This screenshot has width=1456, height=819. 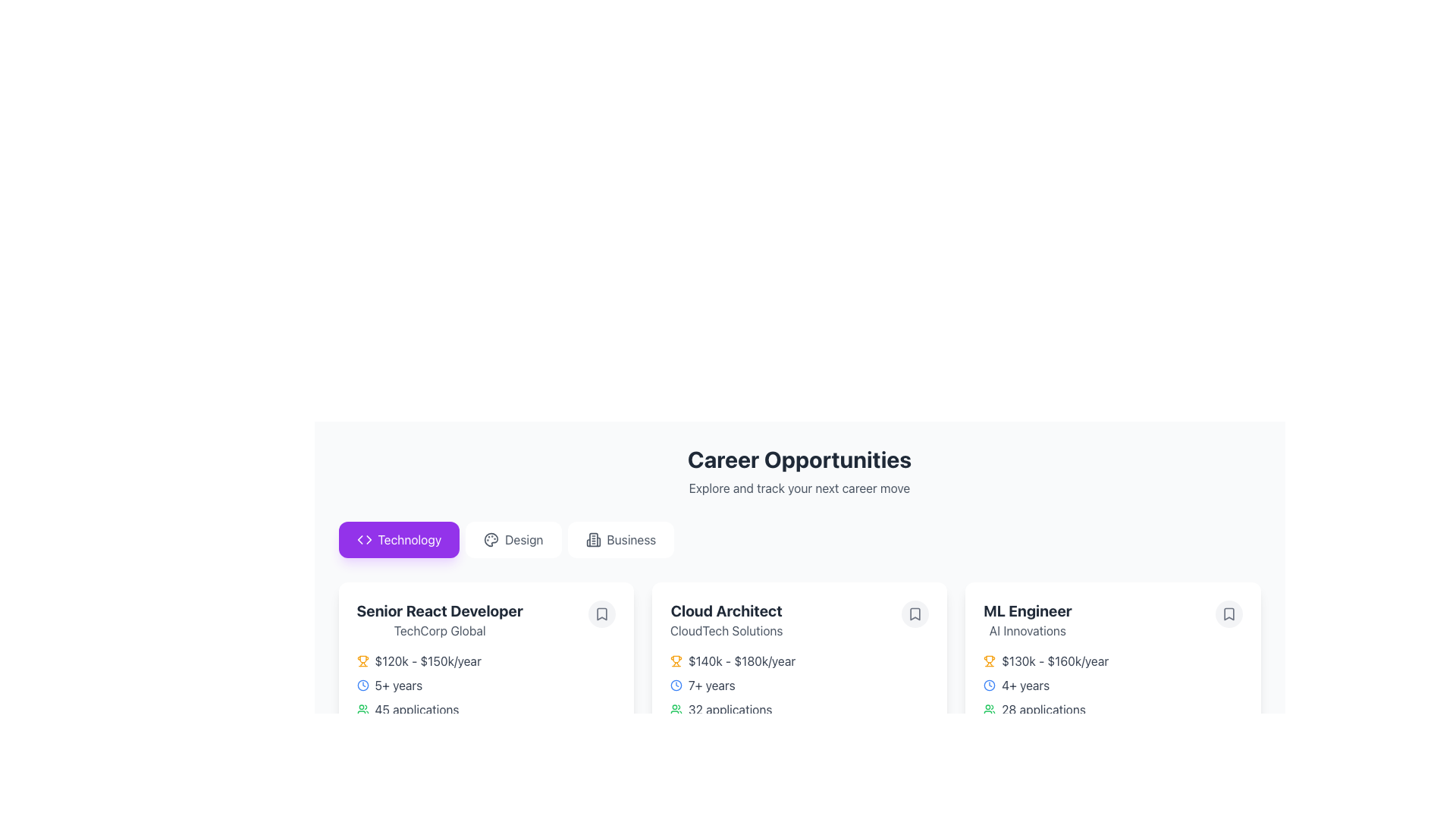 I want to click on the achievement icon representing salary information for the job listing 'Senior React Developer' to inspect its details, so click(x=675, y=658).